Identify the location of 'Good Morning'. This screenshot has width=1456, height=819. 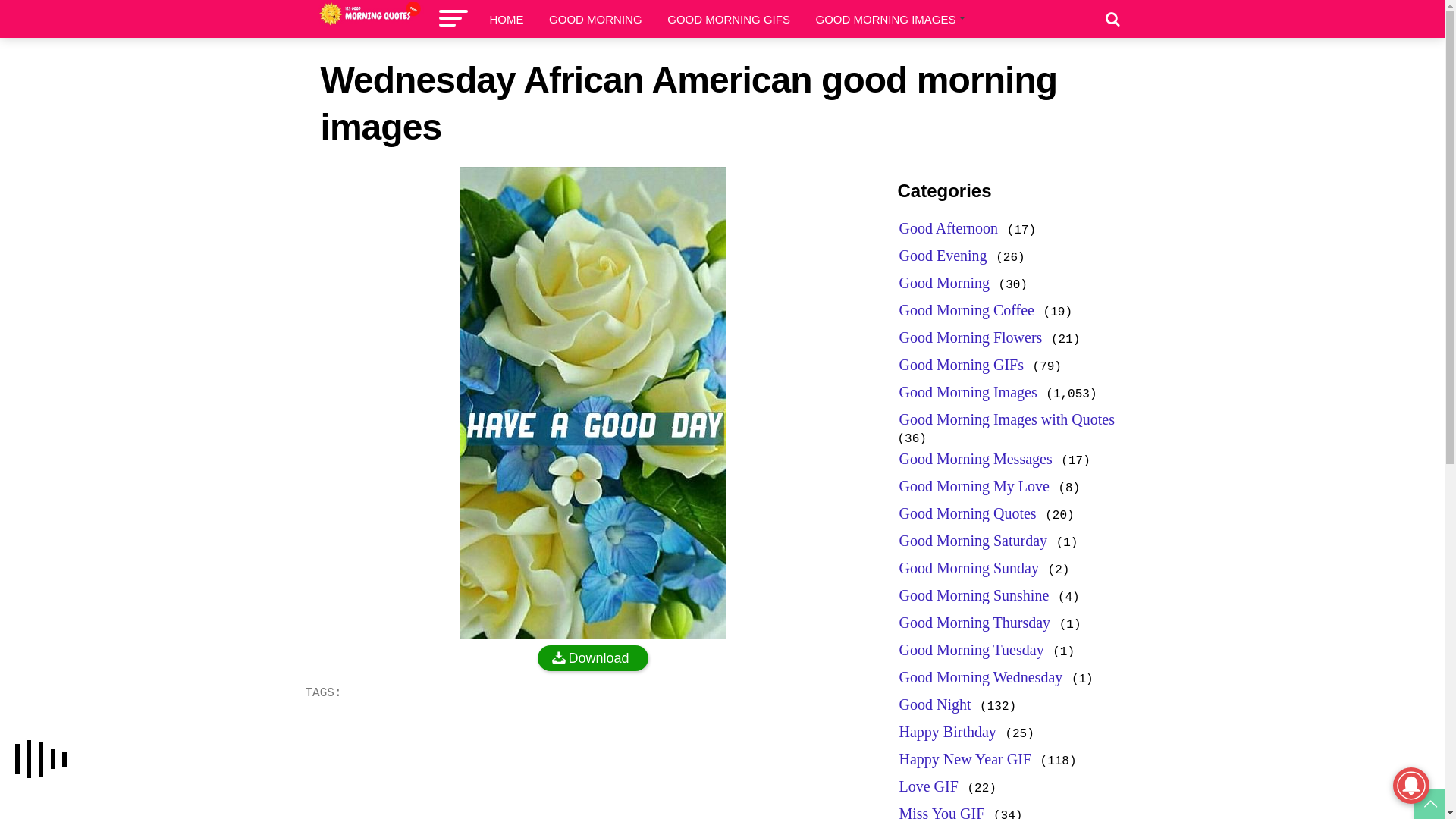
(943, 283).